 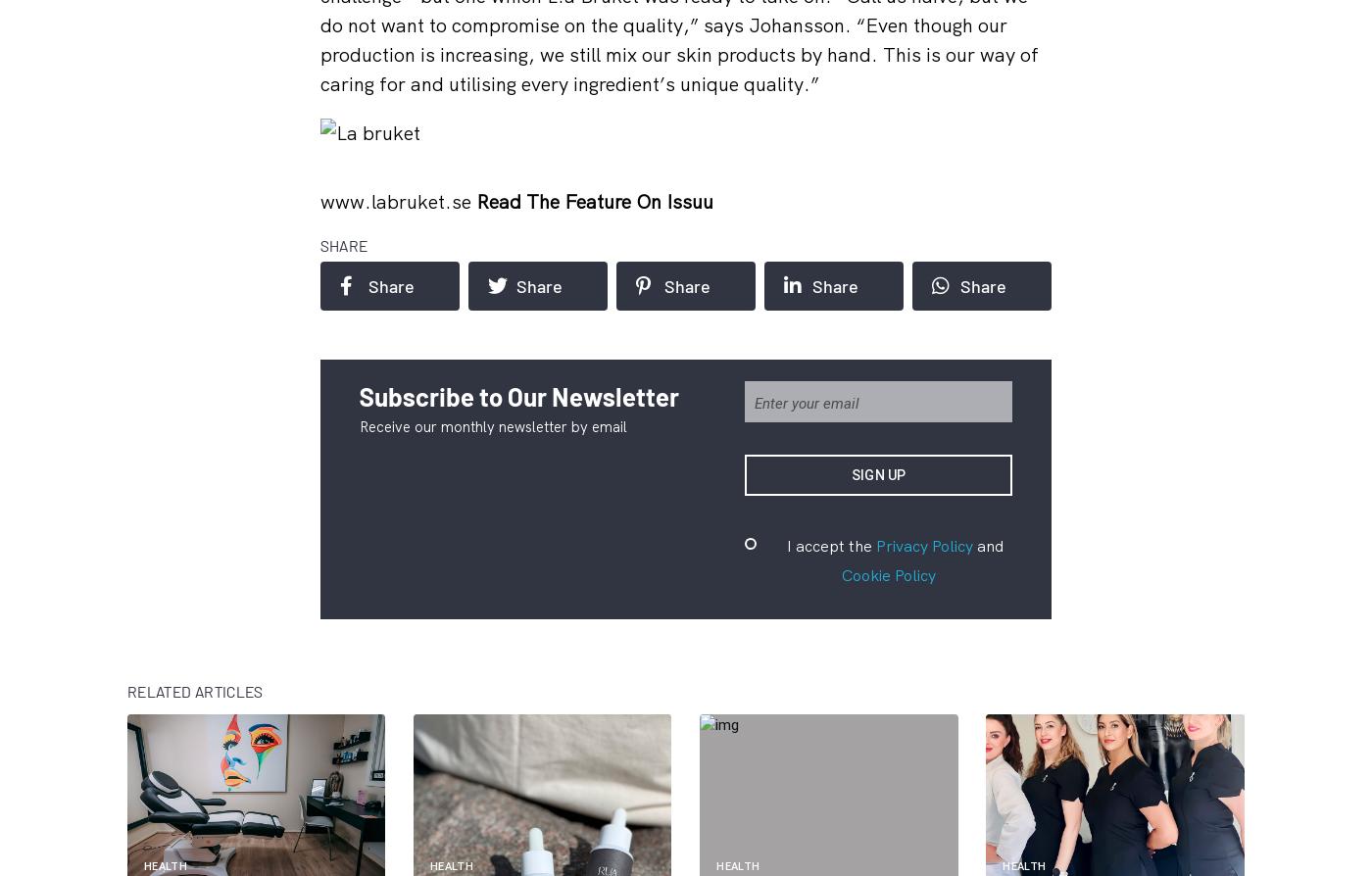 What do you see at coordinates (474, 201) in the screenshot?
I see `'Read the feature on issuu'` at bounding box center [474, 201].